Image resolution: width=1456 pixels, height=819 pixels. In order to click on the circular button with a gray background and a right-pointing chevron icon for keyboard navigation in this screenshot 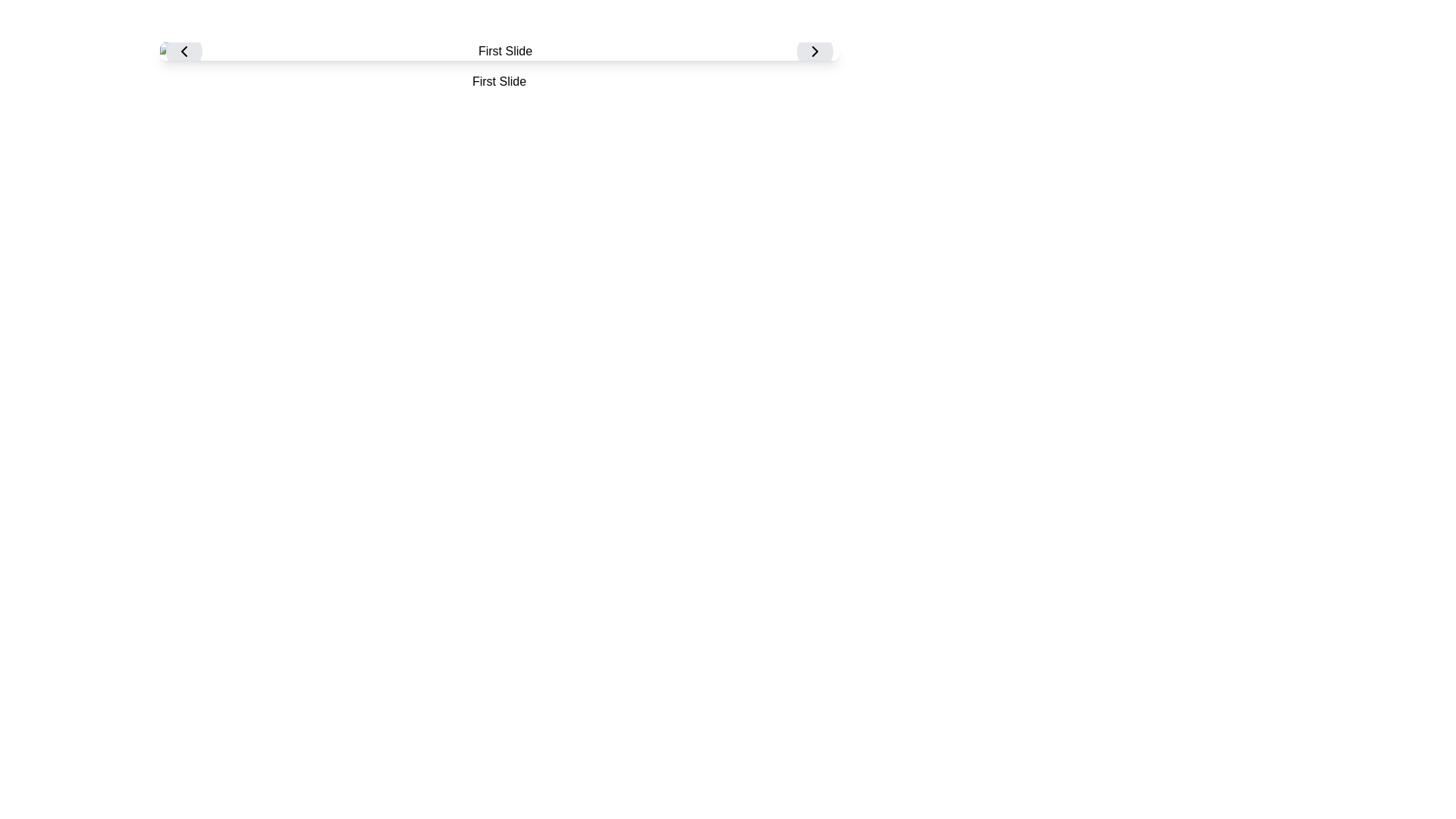, I will do `click(814, 51)`.